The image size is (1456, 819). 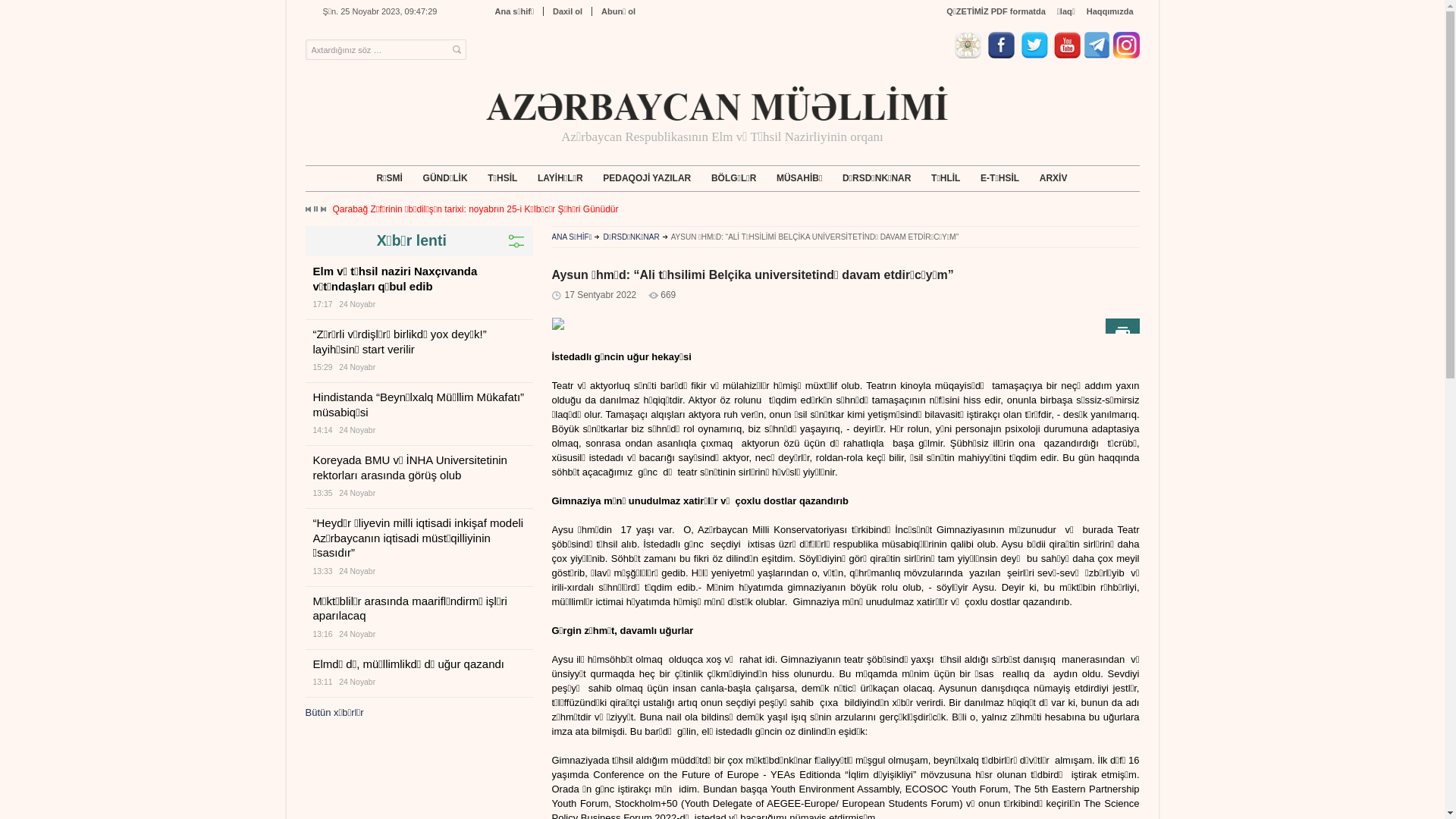 What do you see at coordinates (455, 49) in the screenshot?
I see `'Axtar'` at bounding box center [455, 49].